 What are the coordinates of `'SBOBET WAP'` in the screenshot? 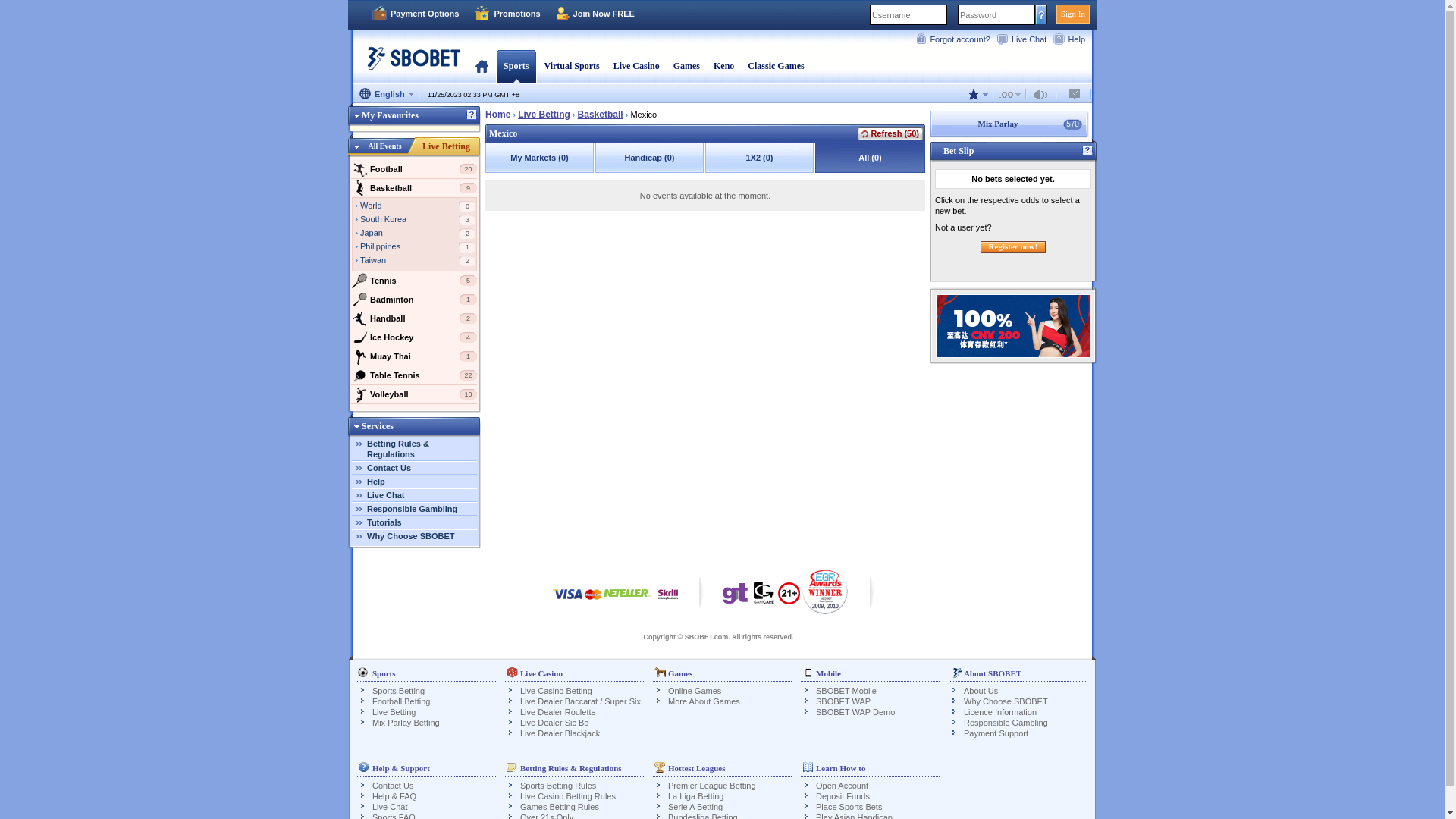 It's located at (843, 701).